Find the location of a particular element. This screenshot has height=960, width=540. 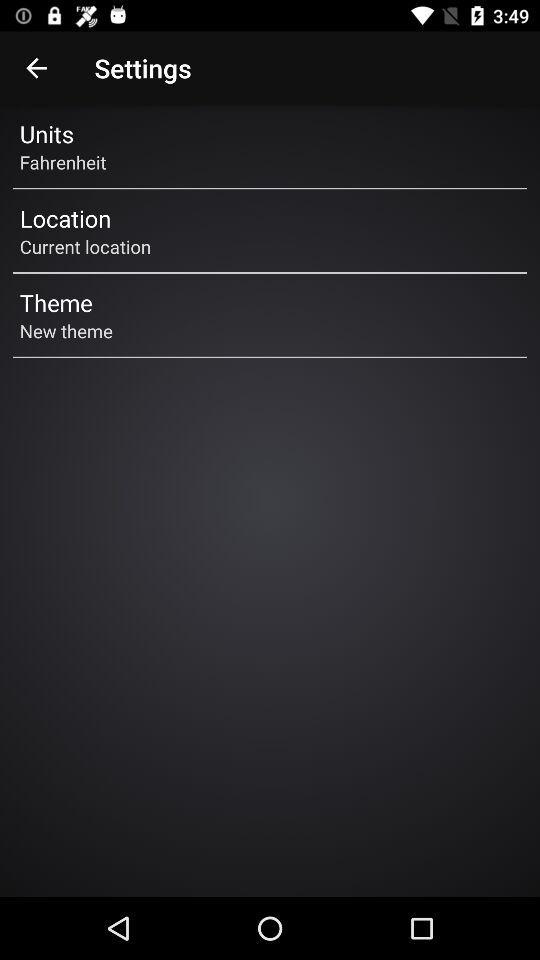

the item above the units item is located at coordinates (36, 68).